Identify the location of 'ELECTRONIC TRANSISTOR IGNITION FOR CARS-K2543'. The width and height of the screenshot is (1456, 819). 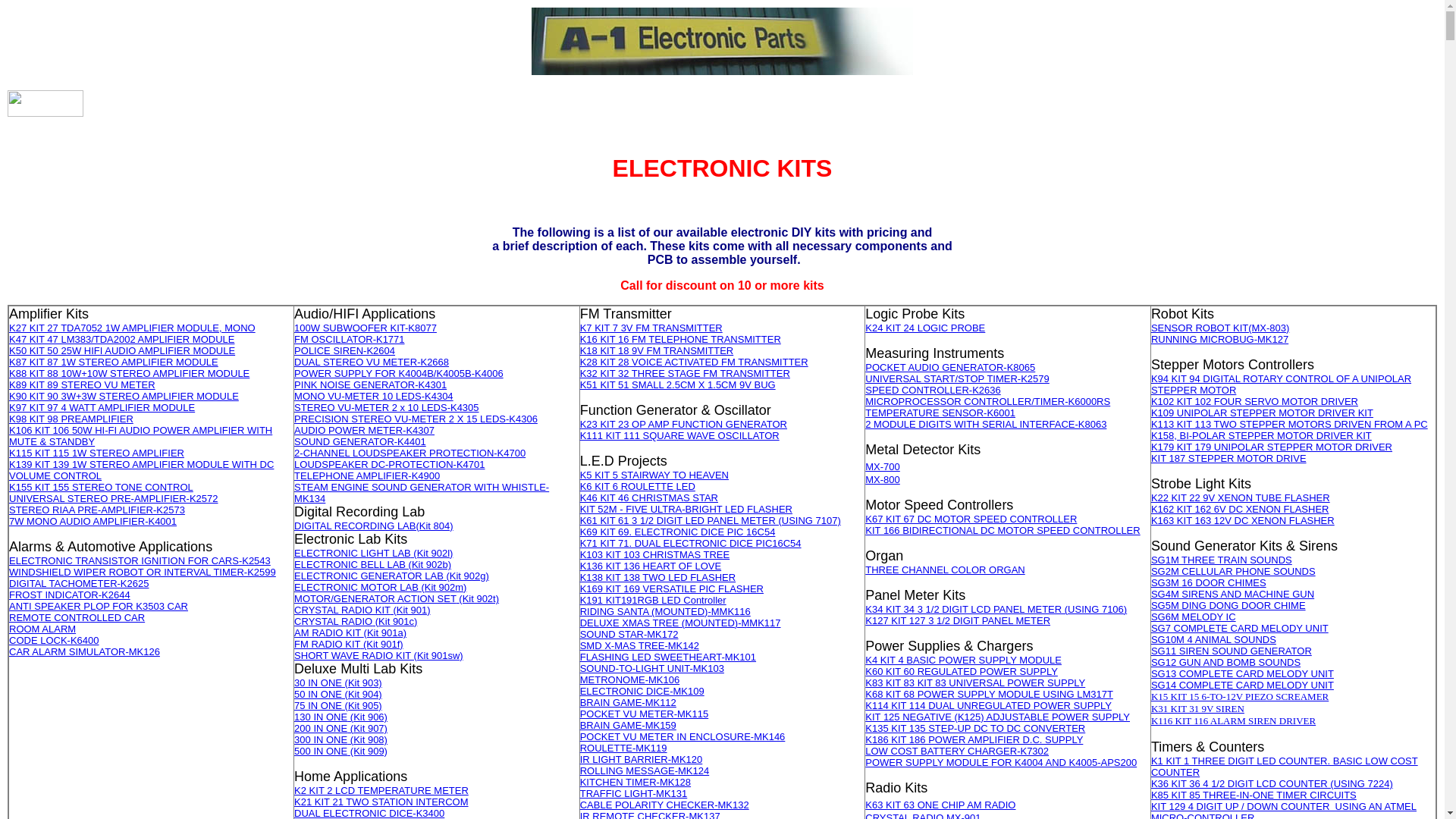
(140, 560).